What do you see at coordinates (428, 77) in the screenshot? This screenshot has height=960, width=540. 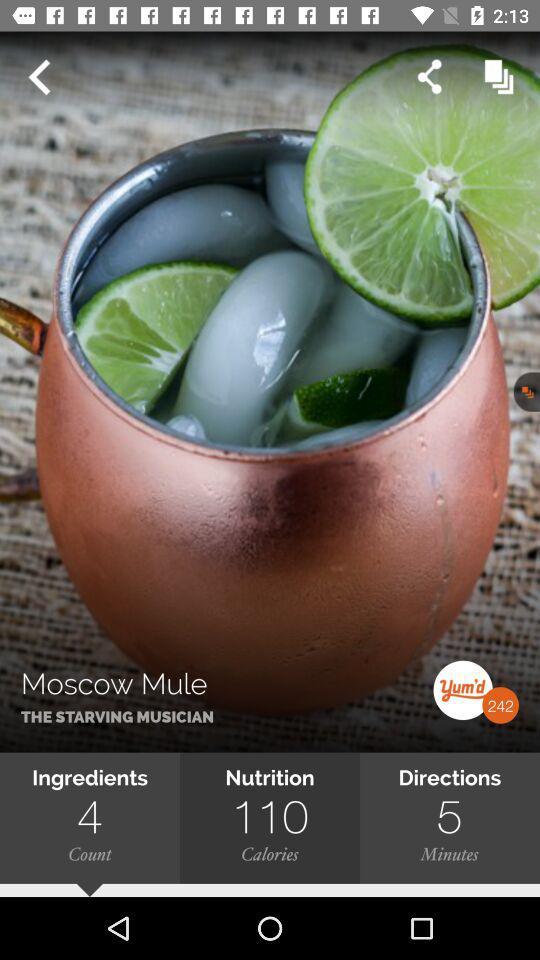 I see `share feature` at bounding box center [428, 77].